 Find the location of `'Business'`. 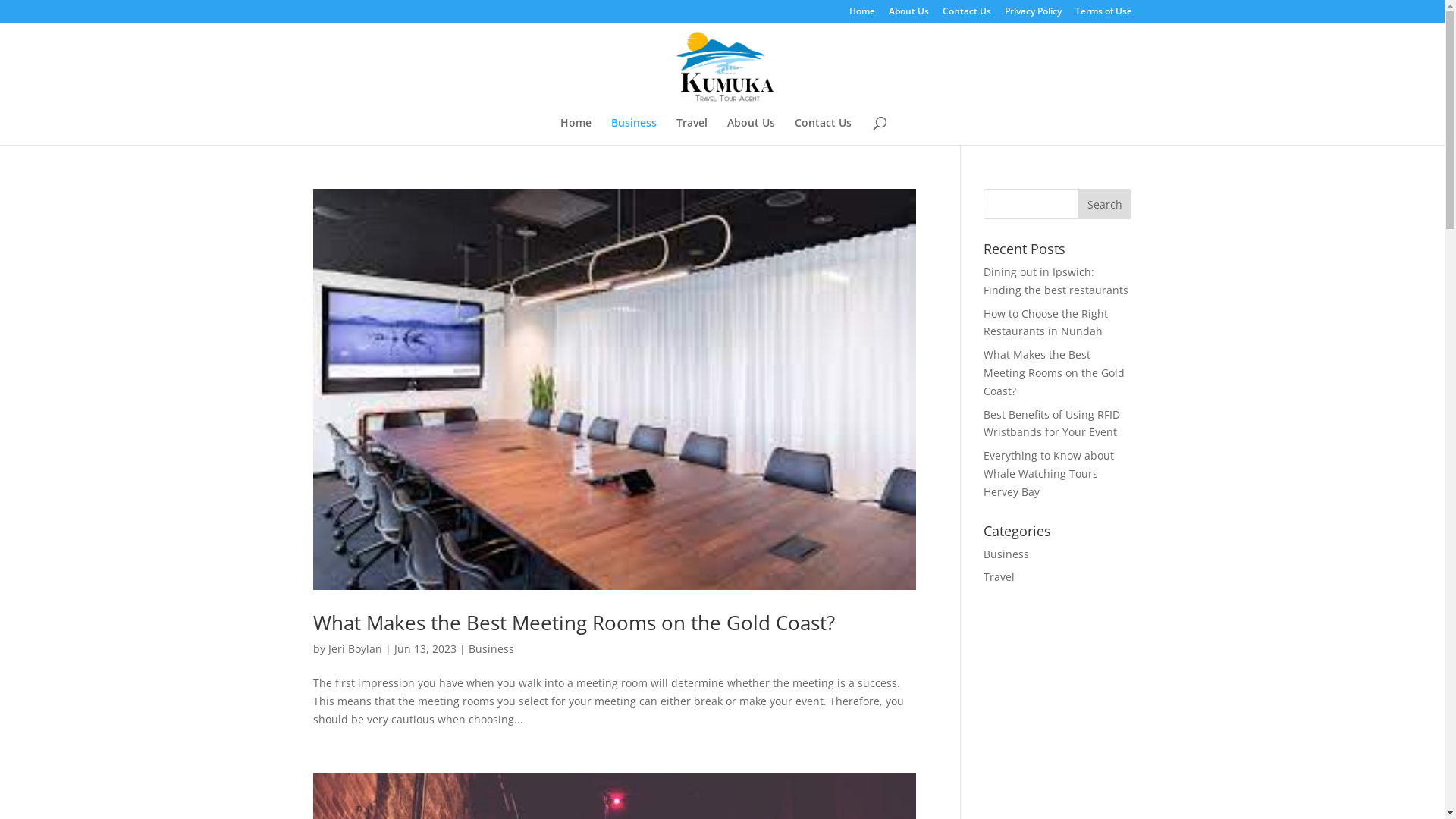

'Business' is located at coordinates (468, 648).